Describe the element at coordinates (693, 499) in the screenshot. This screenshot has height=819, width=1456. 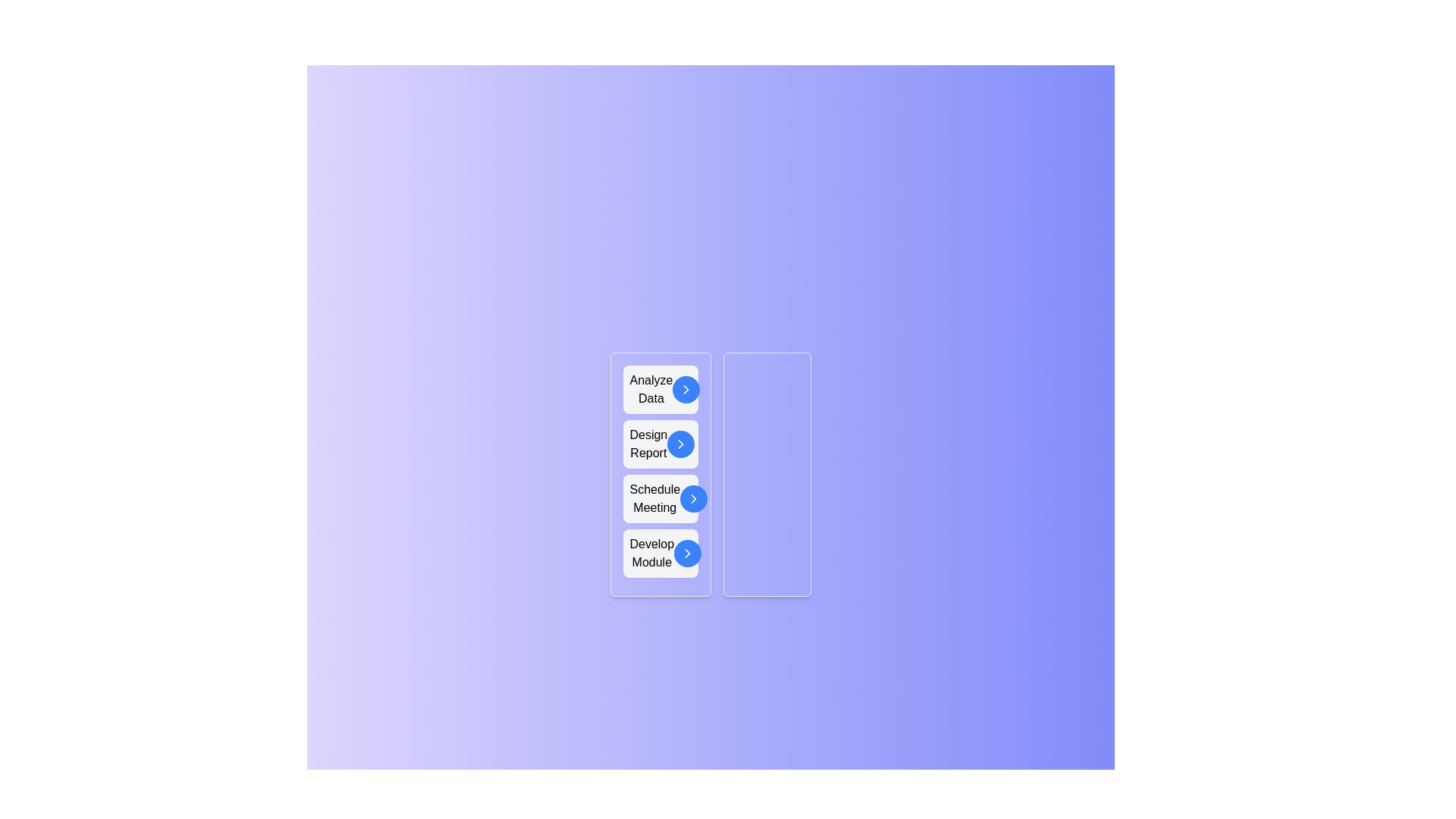
I see `arrow button next to the task 'Schedule Meeting' in the 'Unassigned Tasks' list` at that location.